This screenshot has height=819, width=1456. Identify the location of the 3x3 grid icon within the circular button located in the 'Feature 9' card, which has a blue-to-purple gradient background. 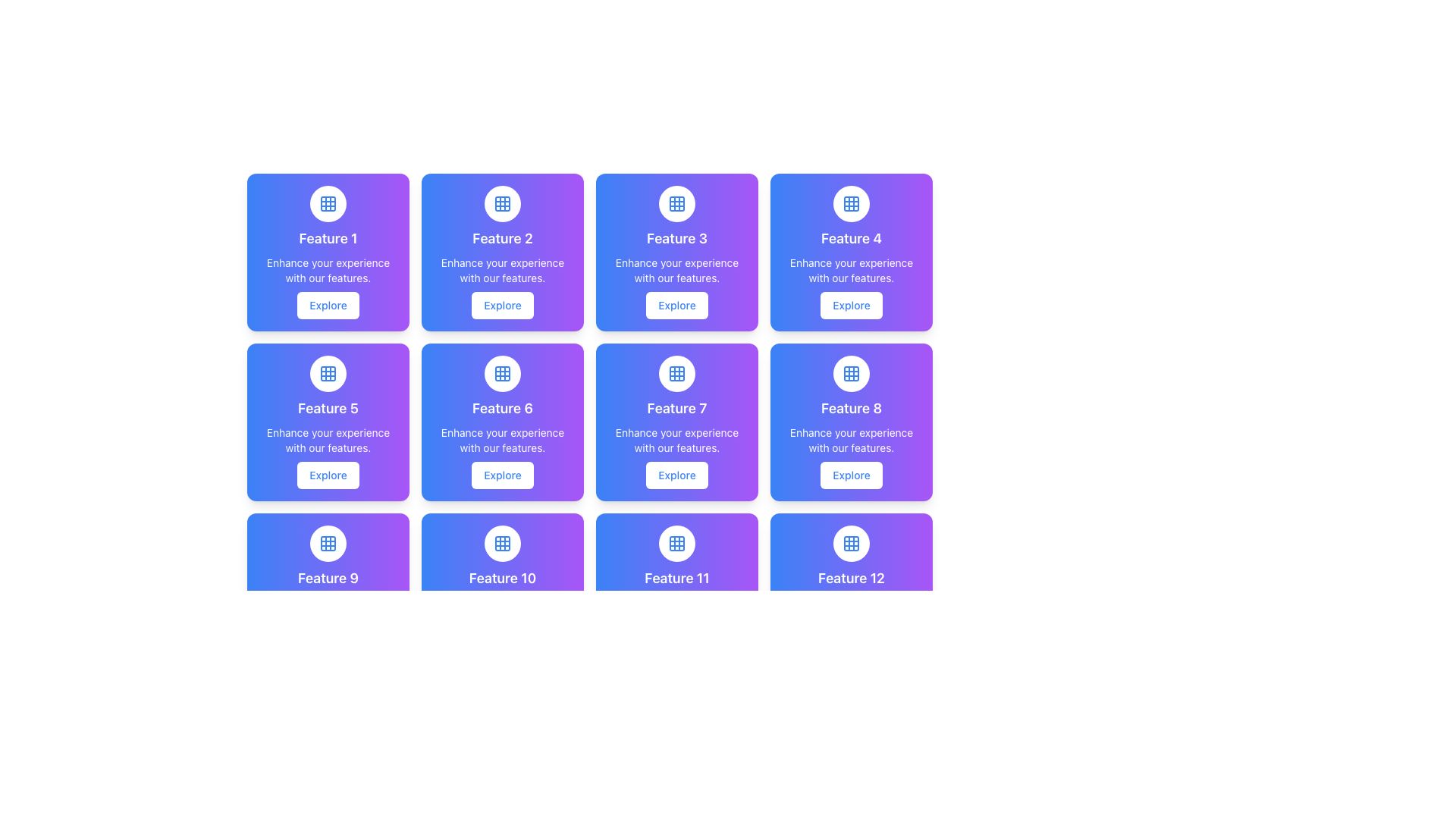
(327, 543).